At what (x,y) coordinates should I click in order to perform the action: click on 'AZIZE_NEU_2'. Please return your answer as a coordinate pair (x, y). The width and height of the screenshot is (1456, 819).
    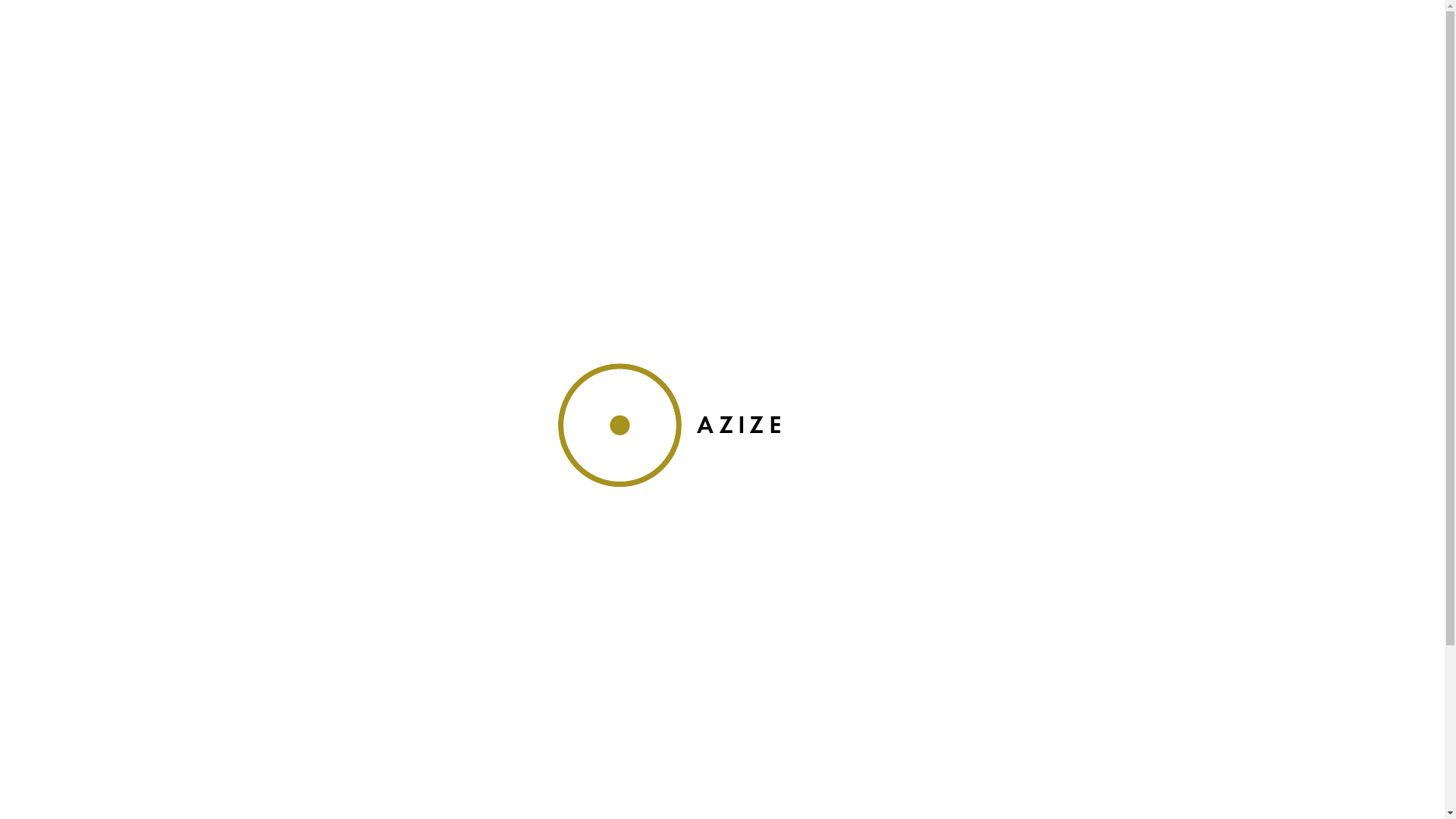
    Looking at the image, I should click on (722, 425).